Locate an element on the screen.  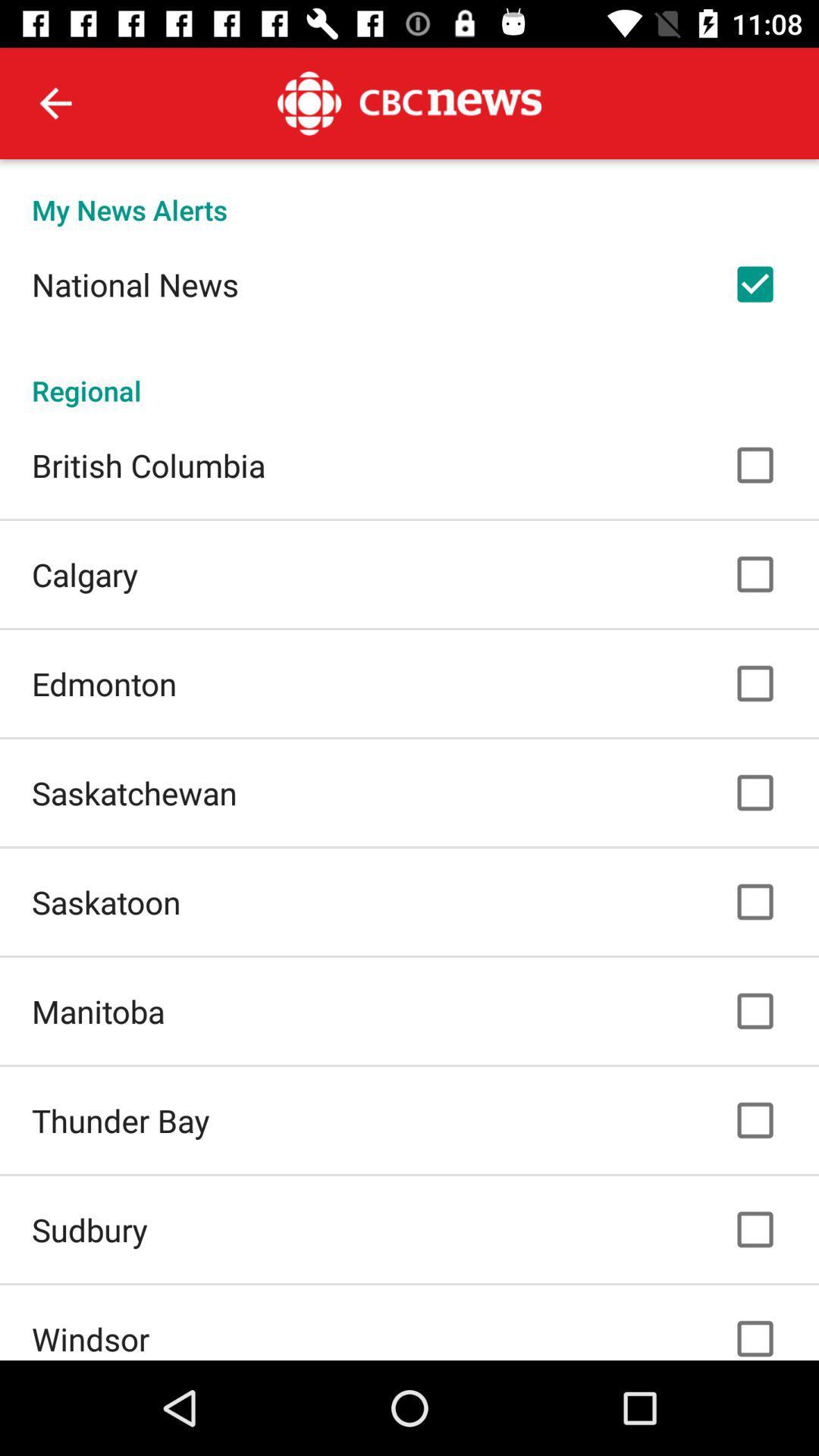
national news icon is located at coordinates (134, 284).